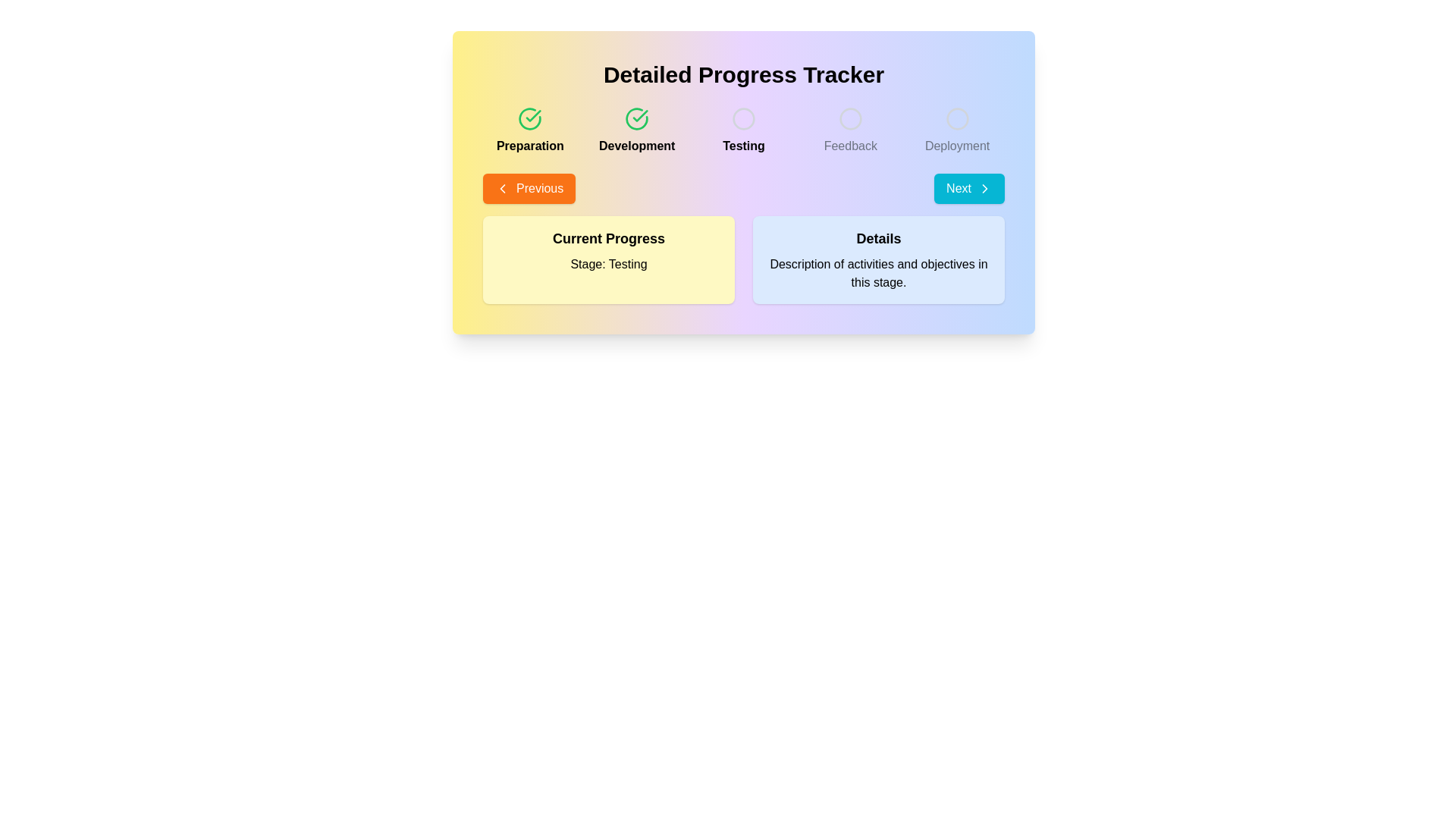  I want to click on the third textual label in the progress tracker that indicates the 'Deployment' stage, located near the top-right of the component, so click(956, 146).